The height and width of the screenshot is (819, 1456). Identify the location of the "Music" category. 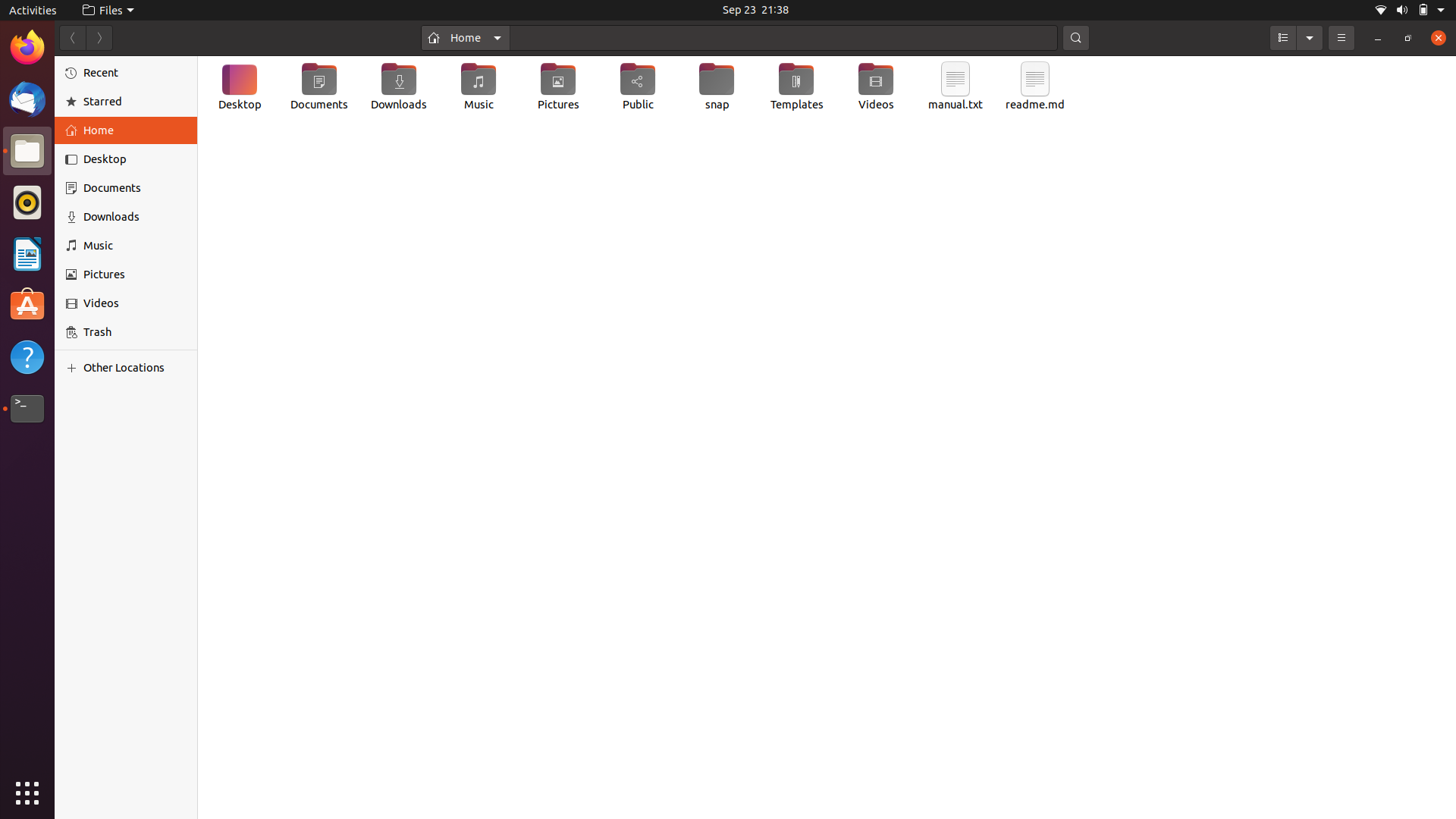
(128, 245).